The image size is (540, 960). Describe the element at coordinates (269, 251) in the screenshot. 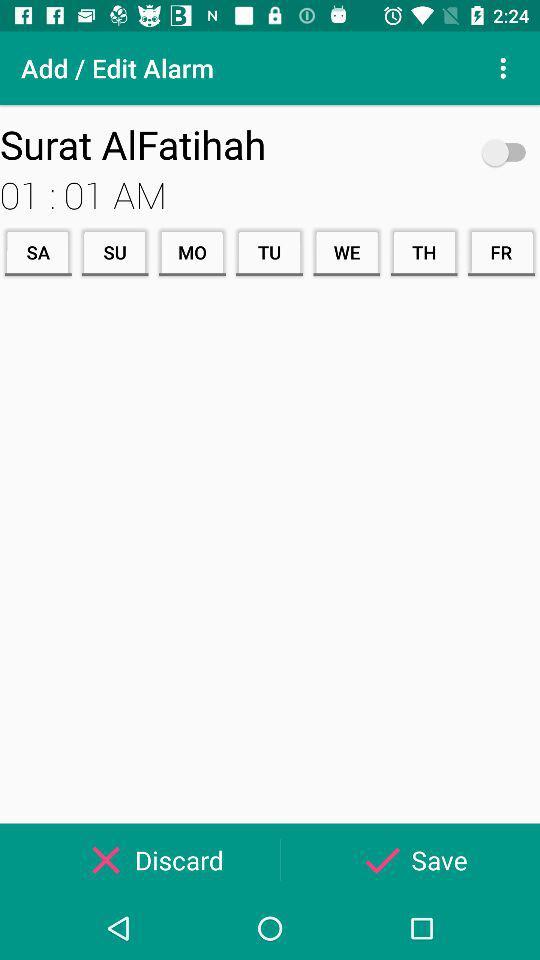

I see `the icon to the left of we icon` at that location.